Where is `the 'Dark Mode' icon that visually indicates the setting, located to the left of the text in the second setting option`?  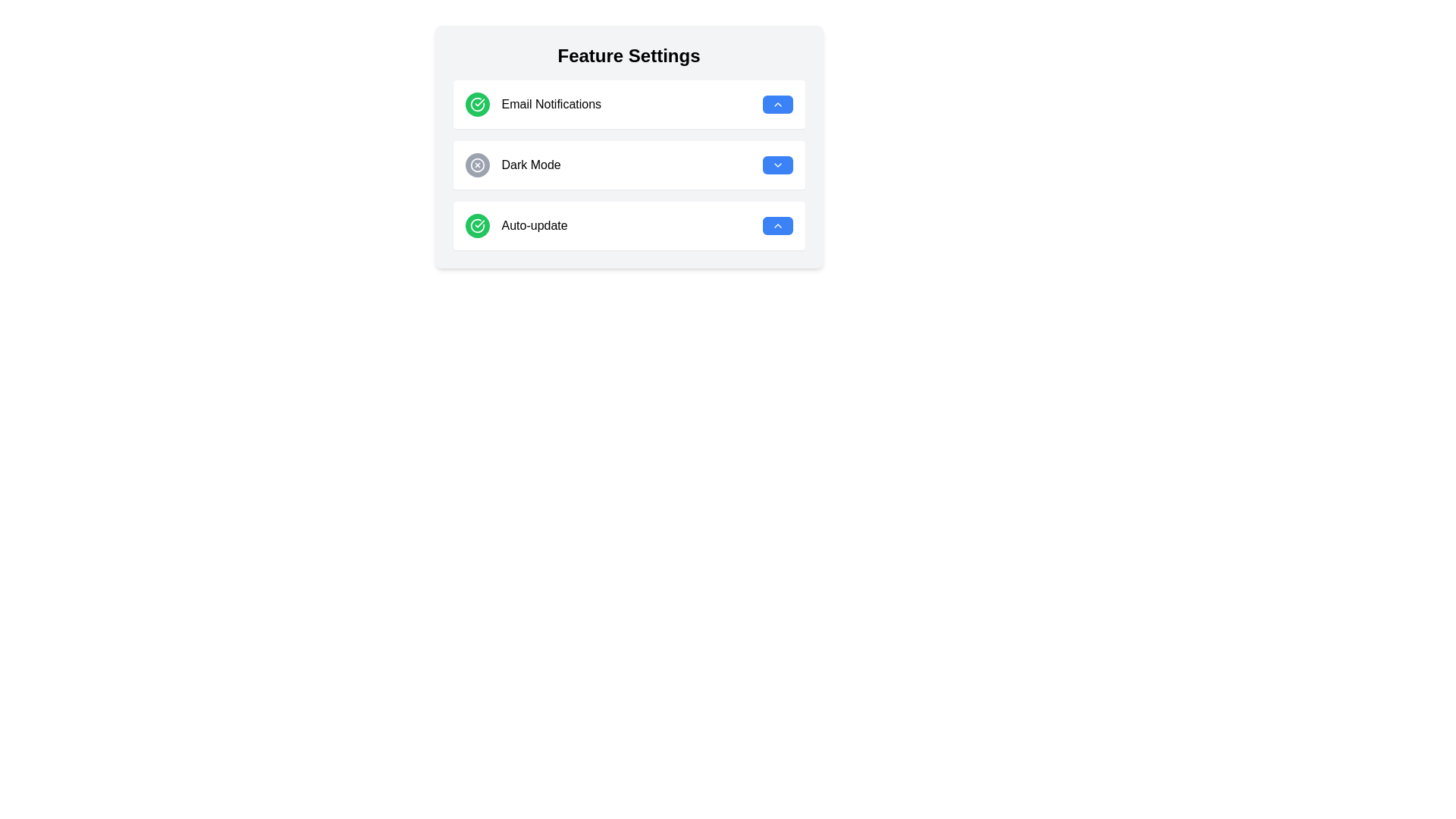
the 'Dark Mode' icon that visually indicates the setting, located to the left of the text in the second setting option is located at coordinates (476, 165).